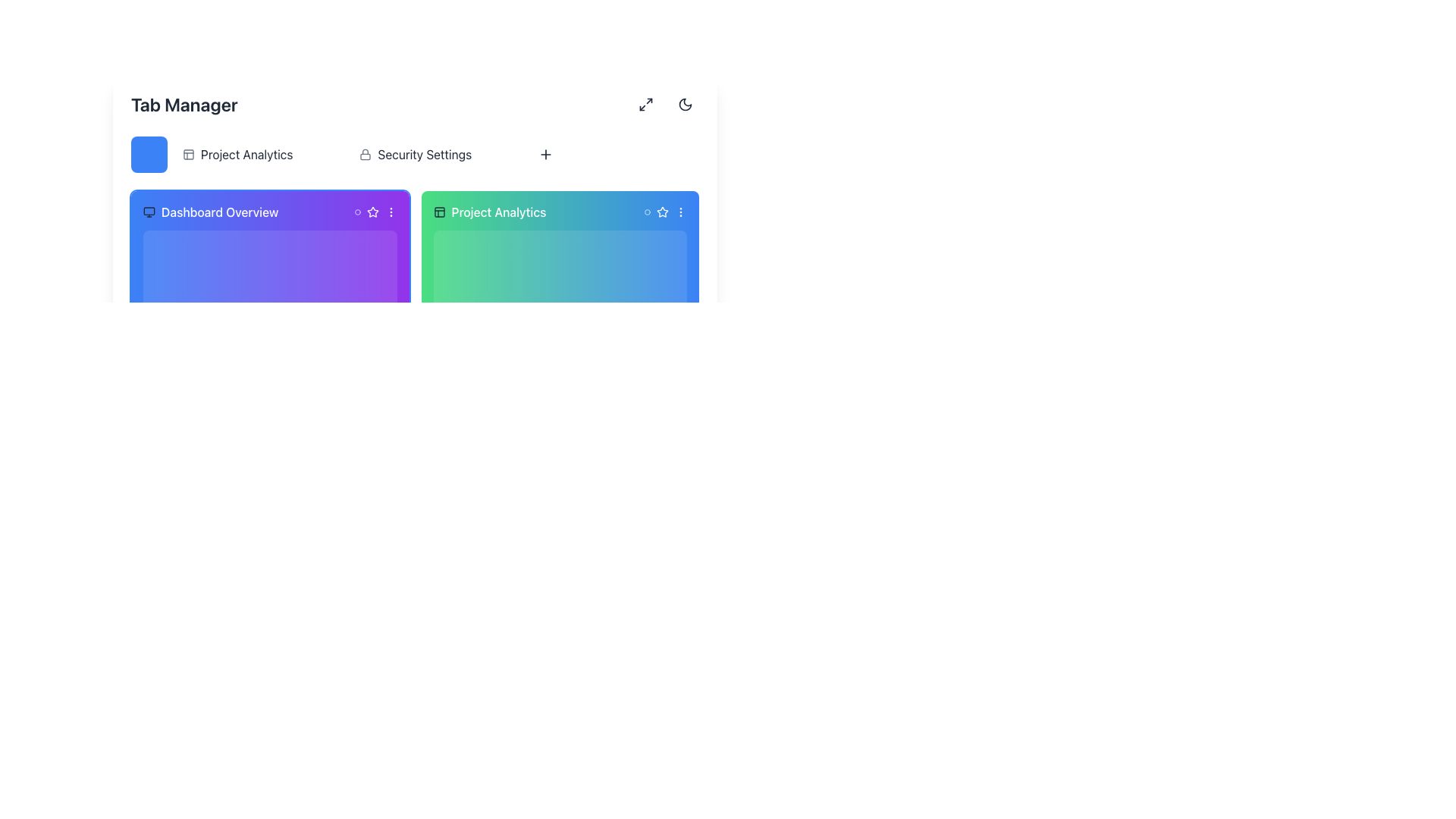  Describe the element at coordinates (645, 104) in the screenshot. I see `the small interactive button with rounded edges that has an icon of two diagonal arrows pointing outward, located at the top-right corner of the interface` at that location.